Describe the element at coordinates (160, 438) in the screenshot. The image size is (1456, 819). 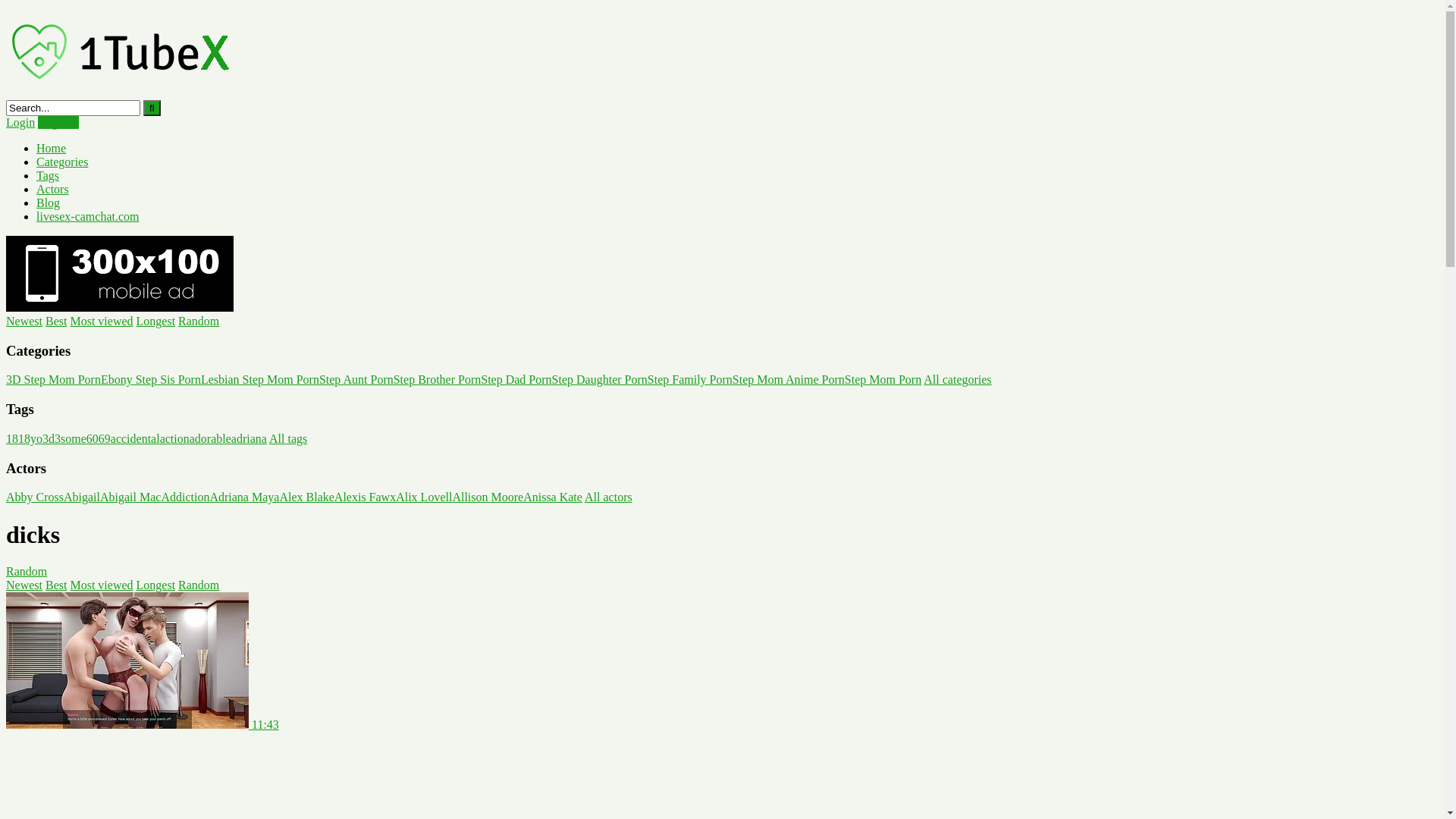
I see `'action'` at that location.